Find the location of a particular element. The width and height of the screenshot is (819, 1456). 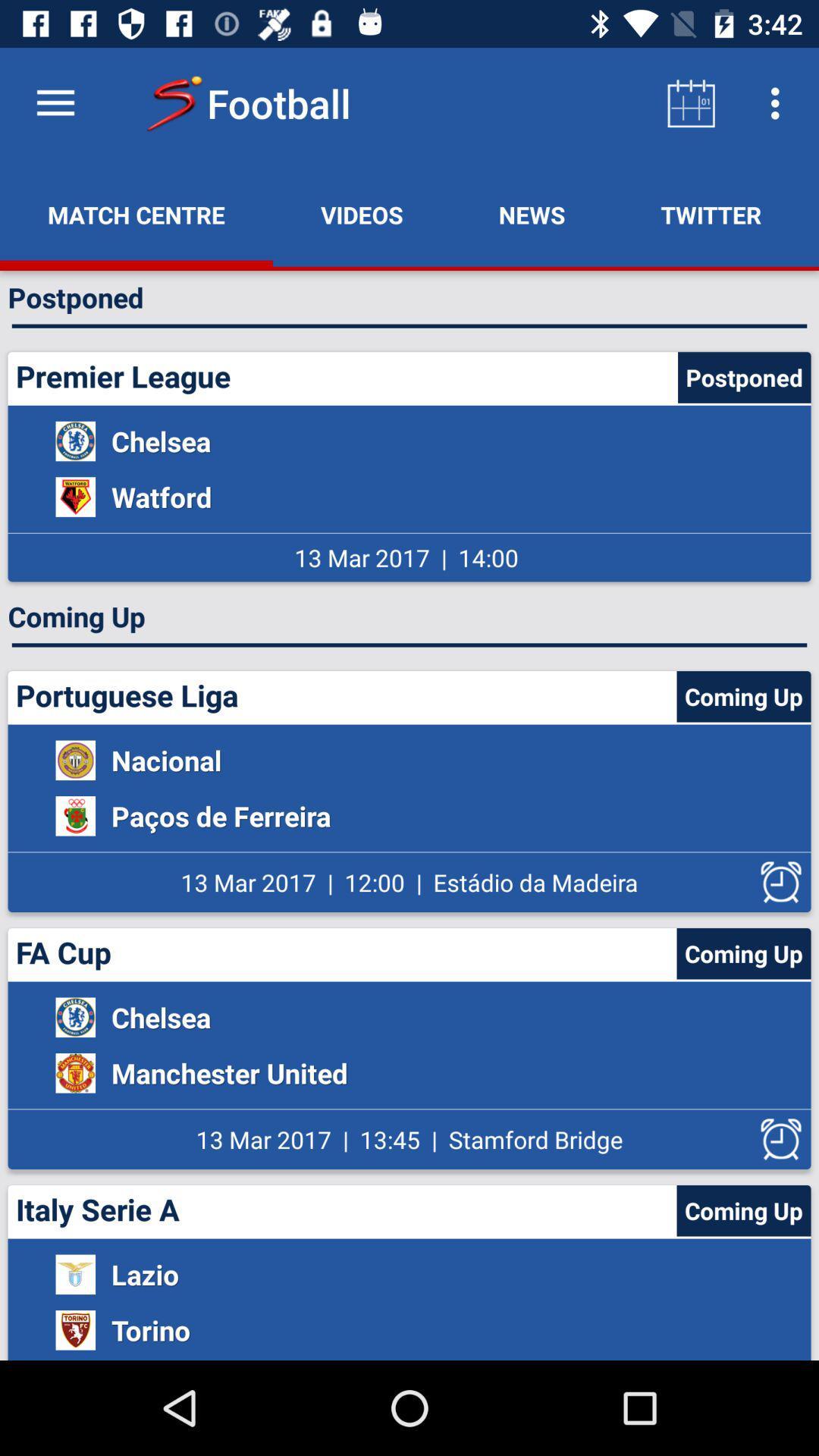

the app to the right of match centre is located at coordinates (362, 214).